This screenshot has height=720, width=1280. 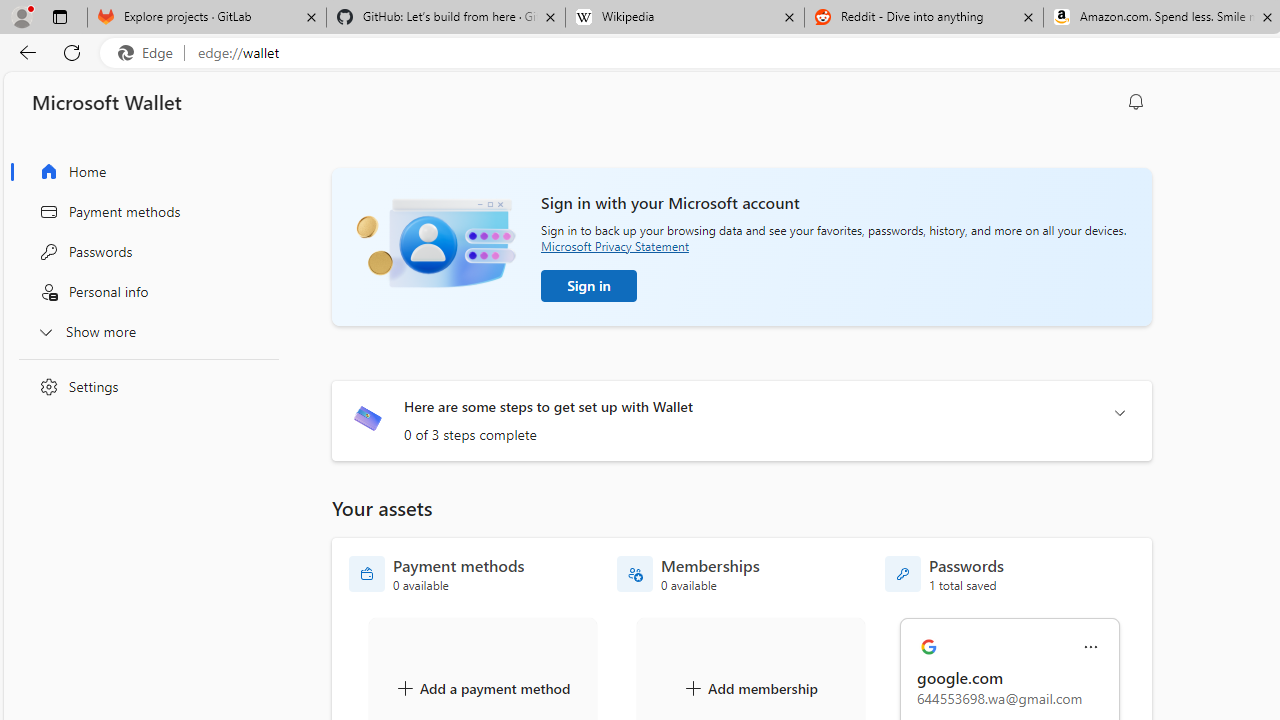 I want to click on 'Sign in', so click(x=588, y=285).